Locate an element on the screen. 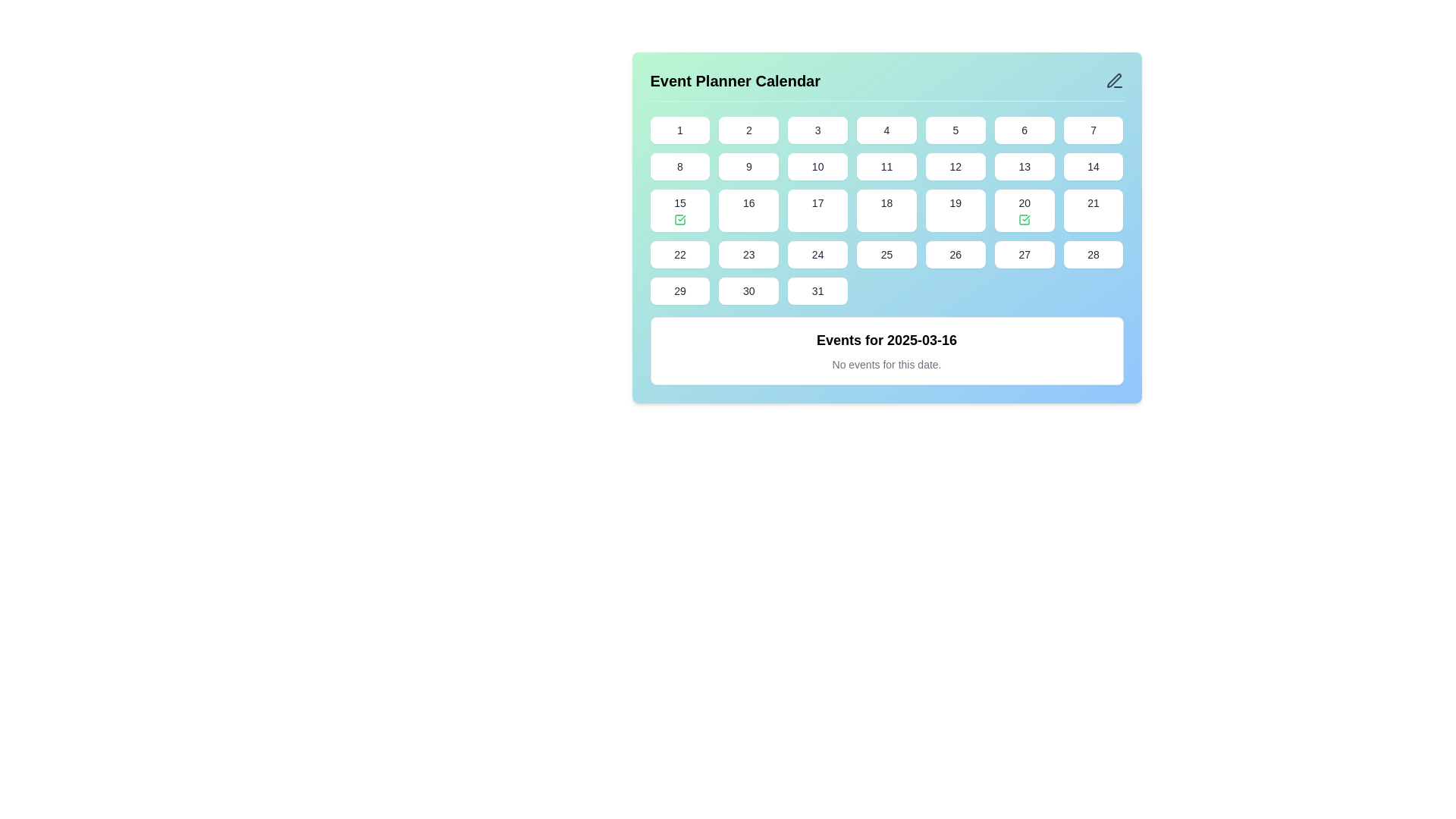 The image size is (1456, 819). the pen-like icon in the top-right corner of the interface is located at coordinates (1113, 80).